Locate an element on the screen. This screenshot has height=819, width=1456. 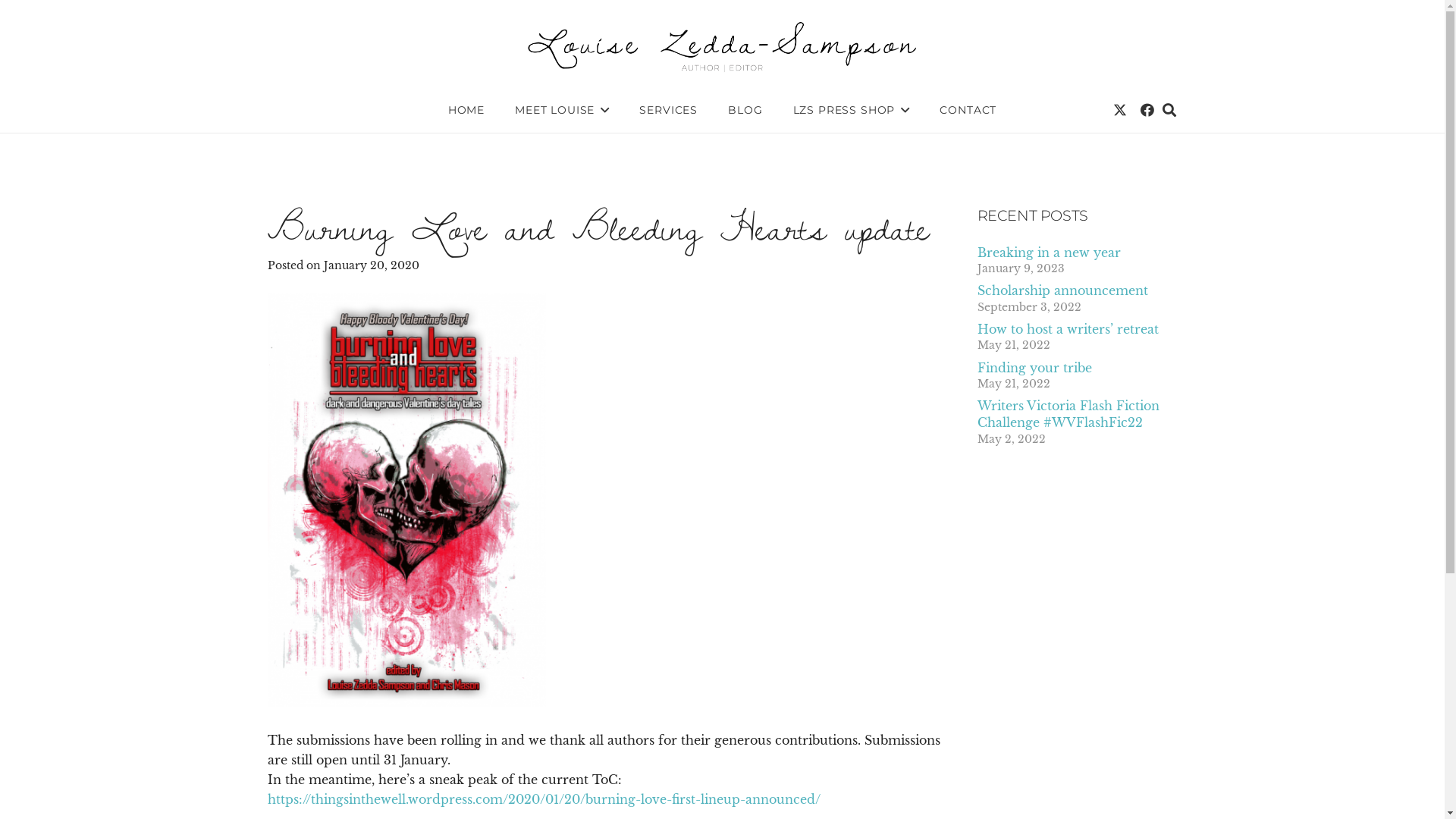
'LZS PRESS SHOP' is located at coordinates (852, 109).